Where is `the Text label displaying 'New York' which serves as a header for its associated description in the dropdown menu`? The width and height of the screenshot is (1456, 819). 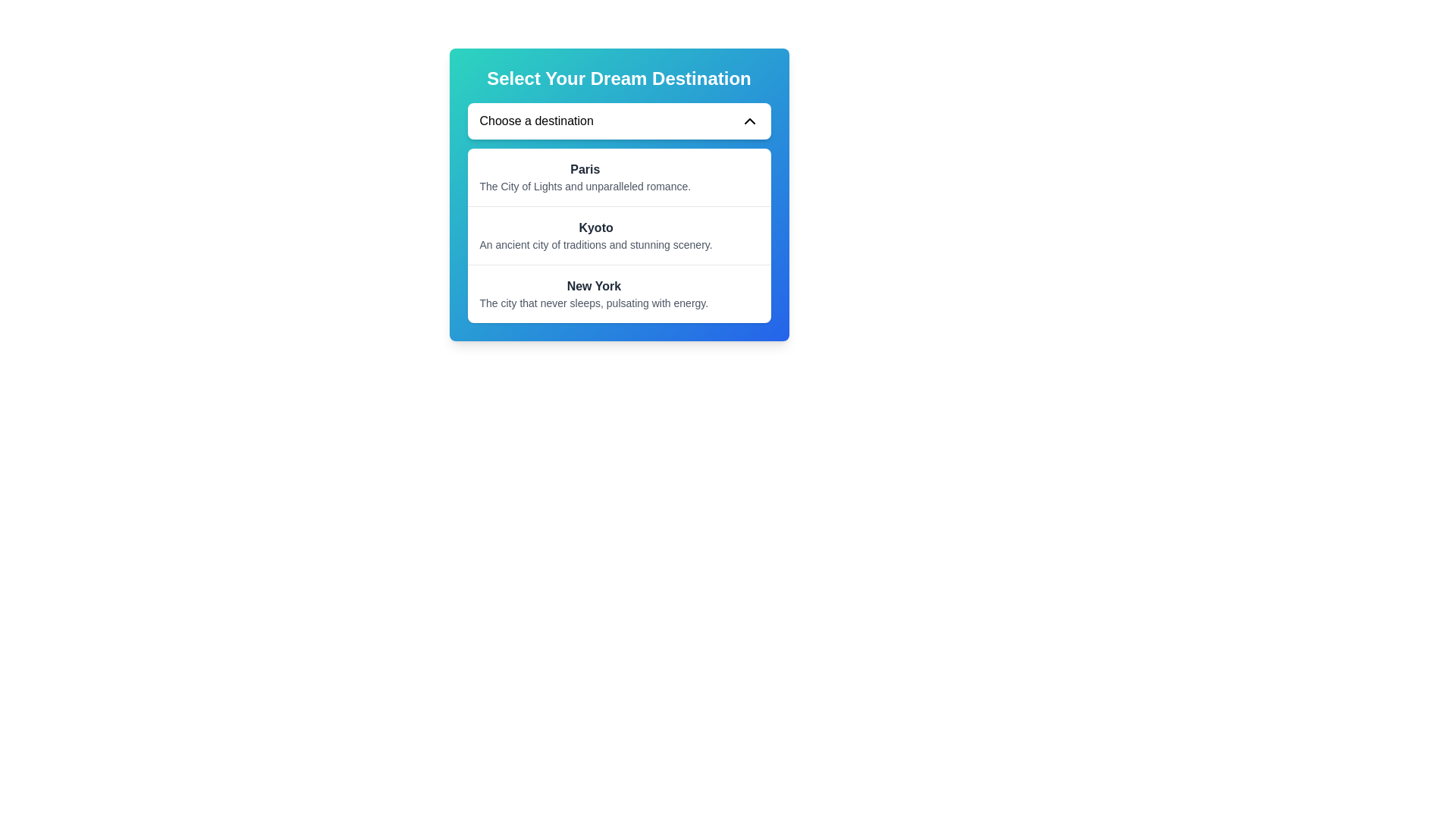
the Text label displaying 'New York' which serves as a header for its associated description in the dropdown menu is located at coordinates (593, 287).